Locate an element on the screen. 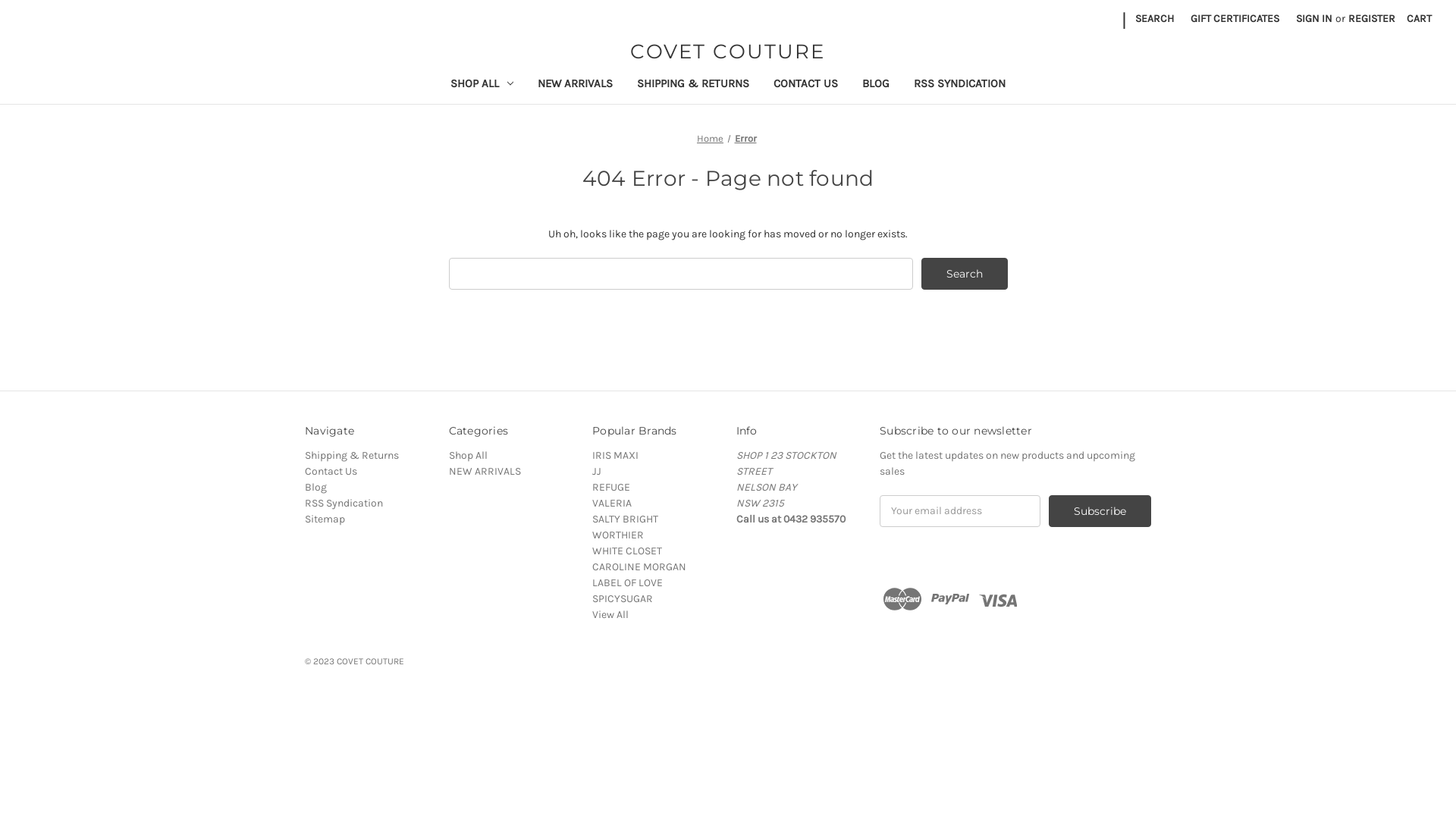 The height and width of the screenshot is (819, 1456). 'WORTHIER' is located at coordinates (591, 534).